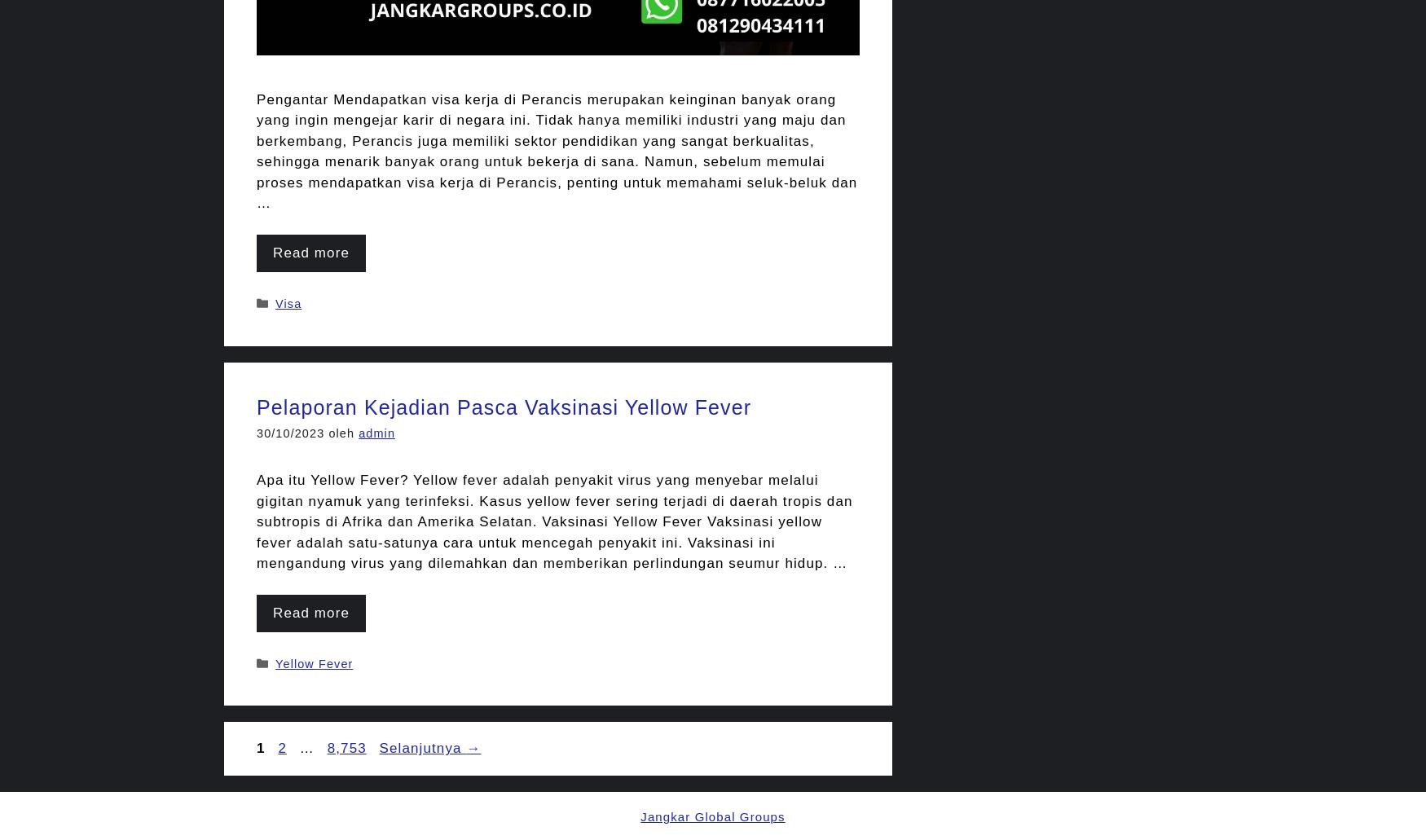  Describe the element at coordinates (278, 748) in the screenshot. I see `'2'` at that location.